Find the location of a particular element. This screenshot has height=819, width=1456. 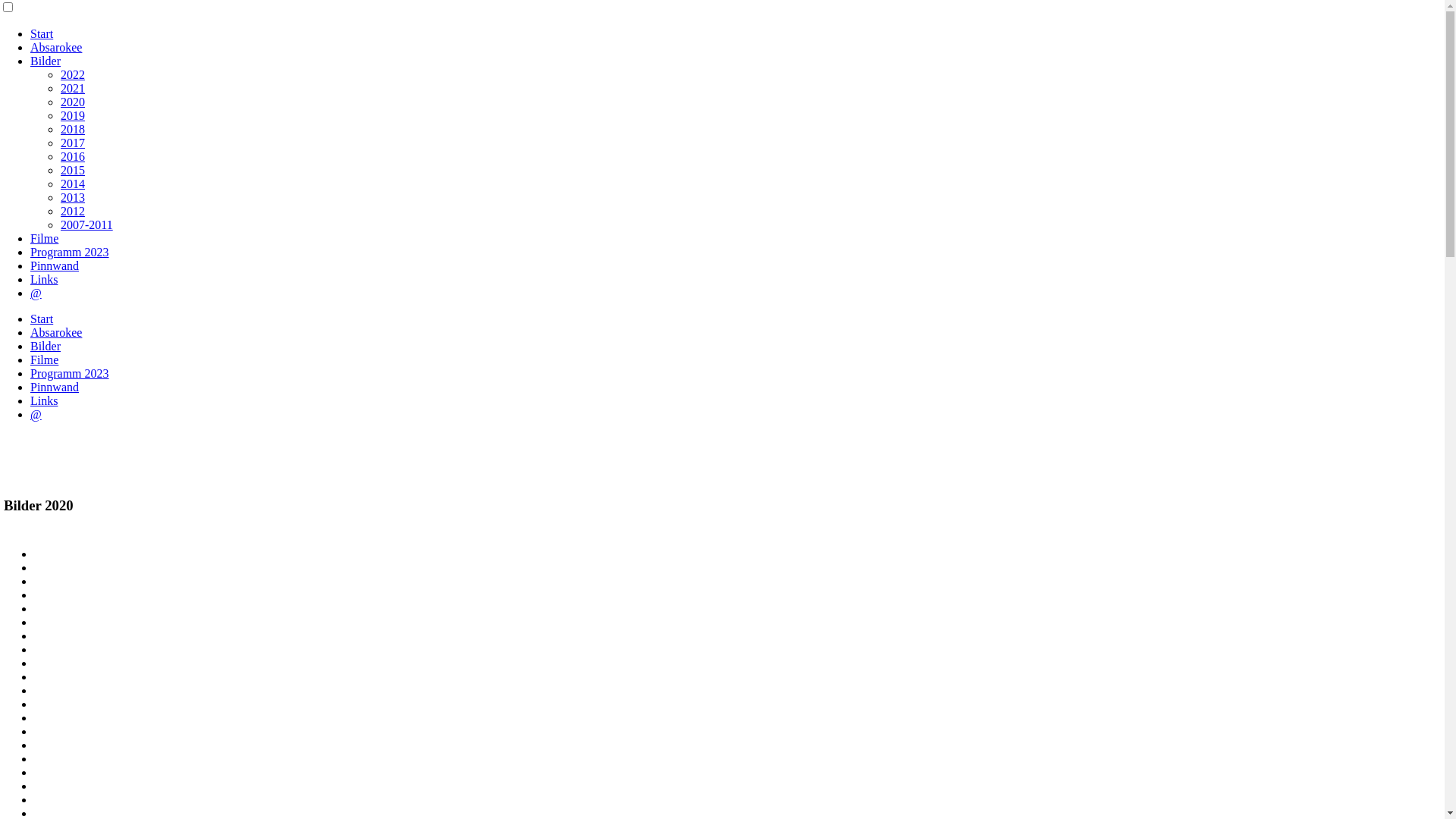

'2015' is located at coordinates (72, 170).